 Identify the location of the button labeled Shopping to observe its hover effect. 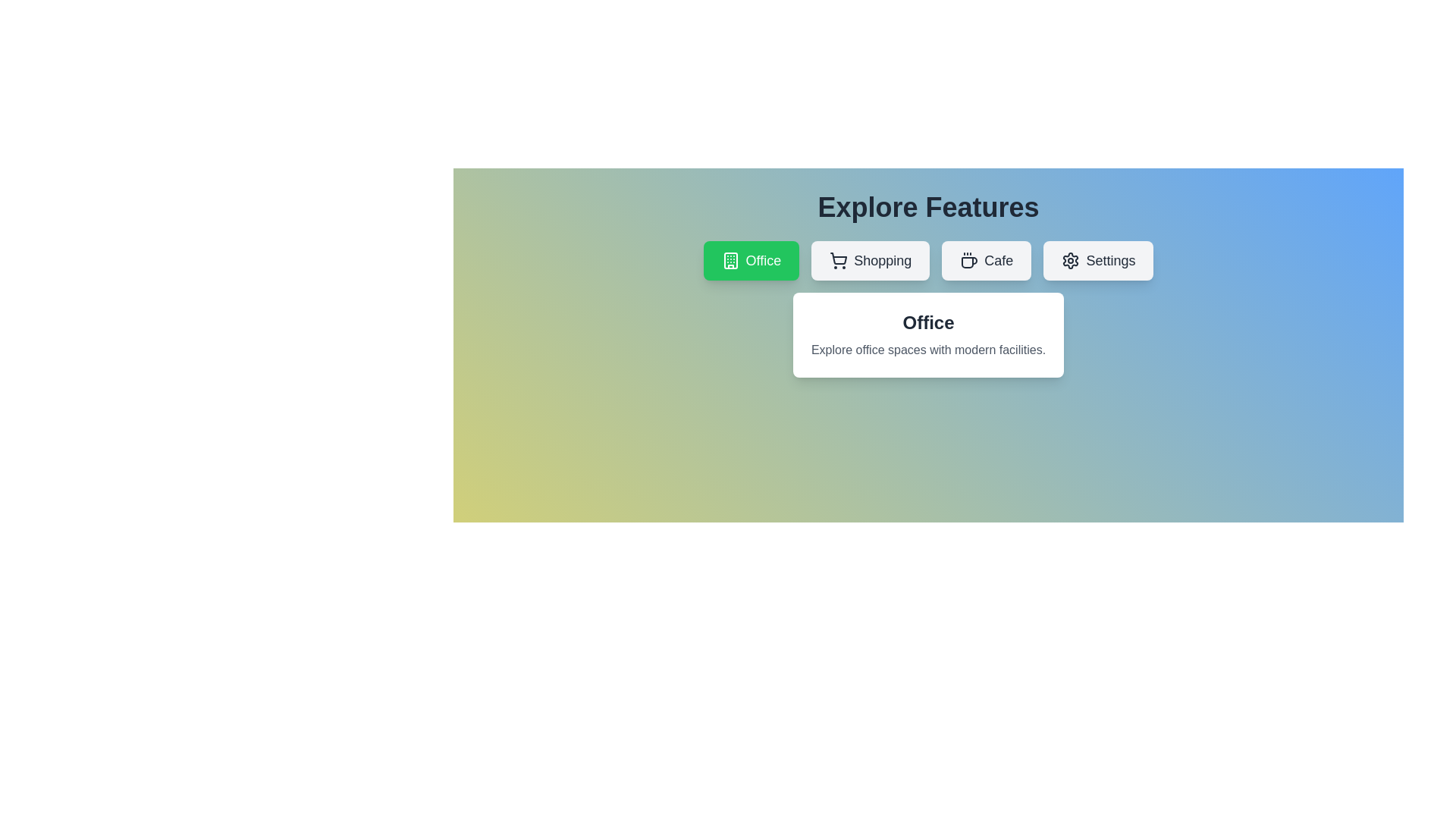
(871, 259).